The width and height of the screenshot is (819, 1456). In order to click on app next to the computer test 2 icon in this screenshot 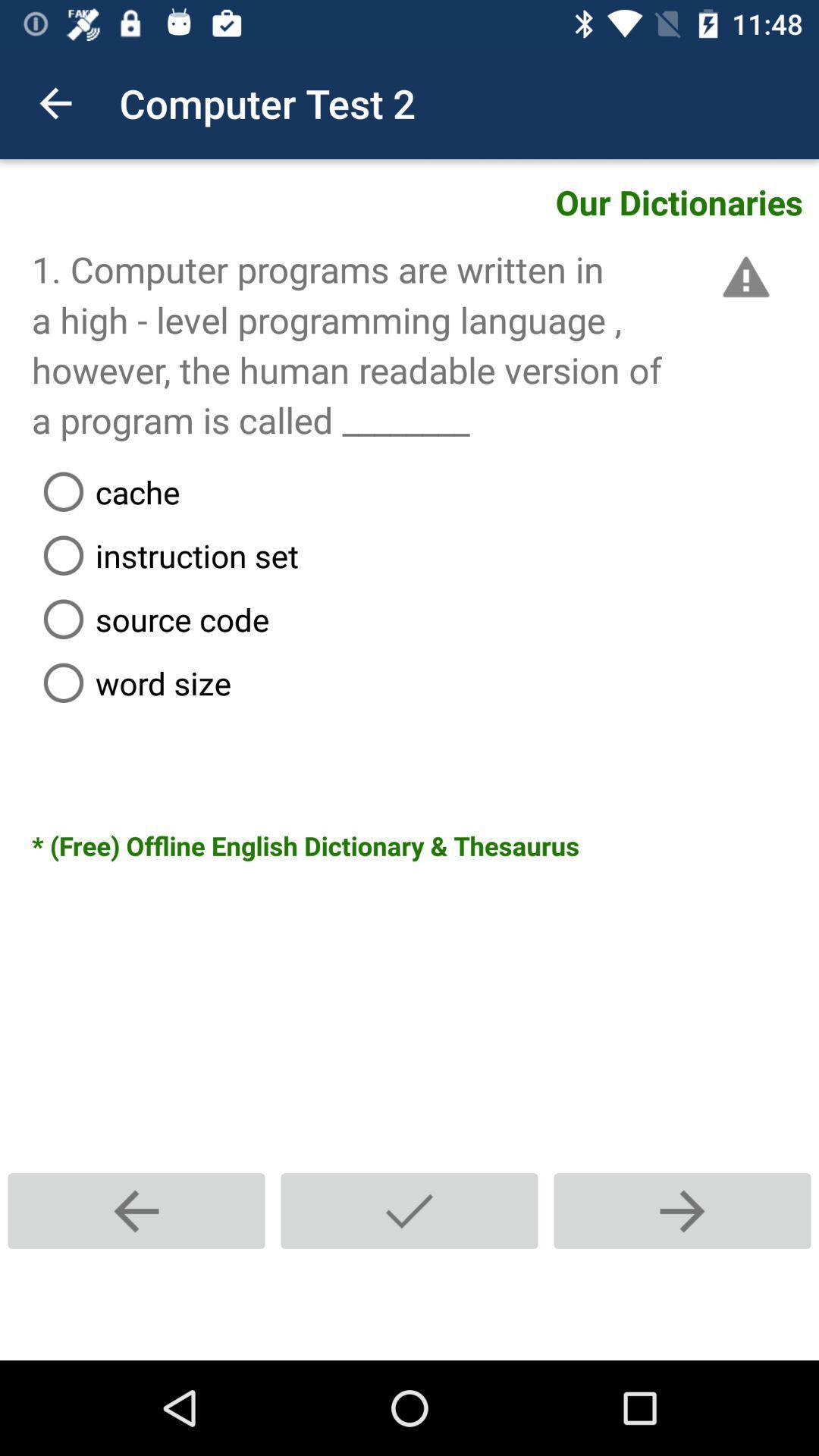, I will do `click(55, 102)`.